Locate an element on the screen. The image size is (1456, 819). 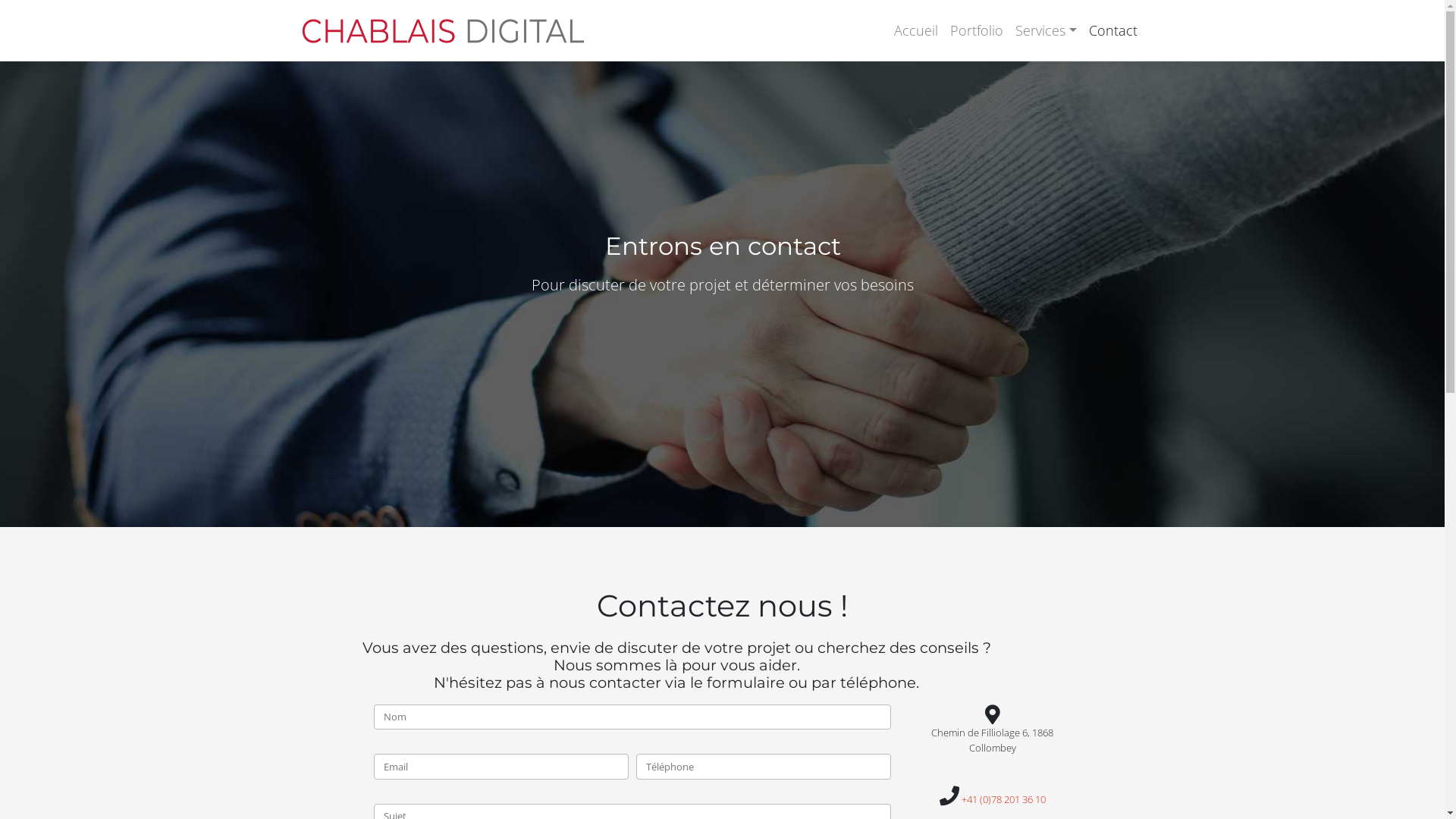
'Services' is located at coordinates (1045, 30).